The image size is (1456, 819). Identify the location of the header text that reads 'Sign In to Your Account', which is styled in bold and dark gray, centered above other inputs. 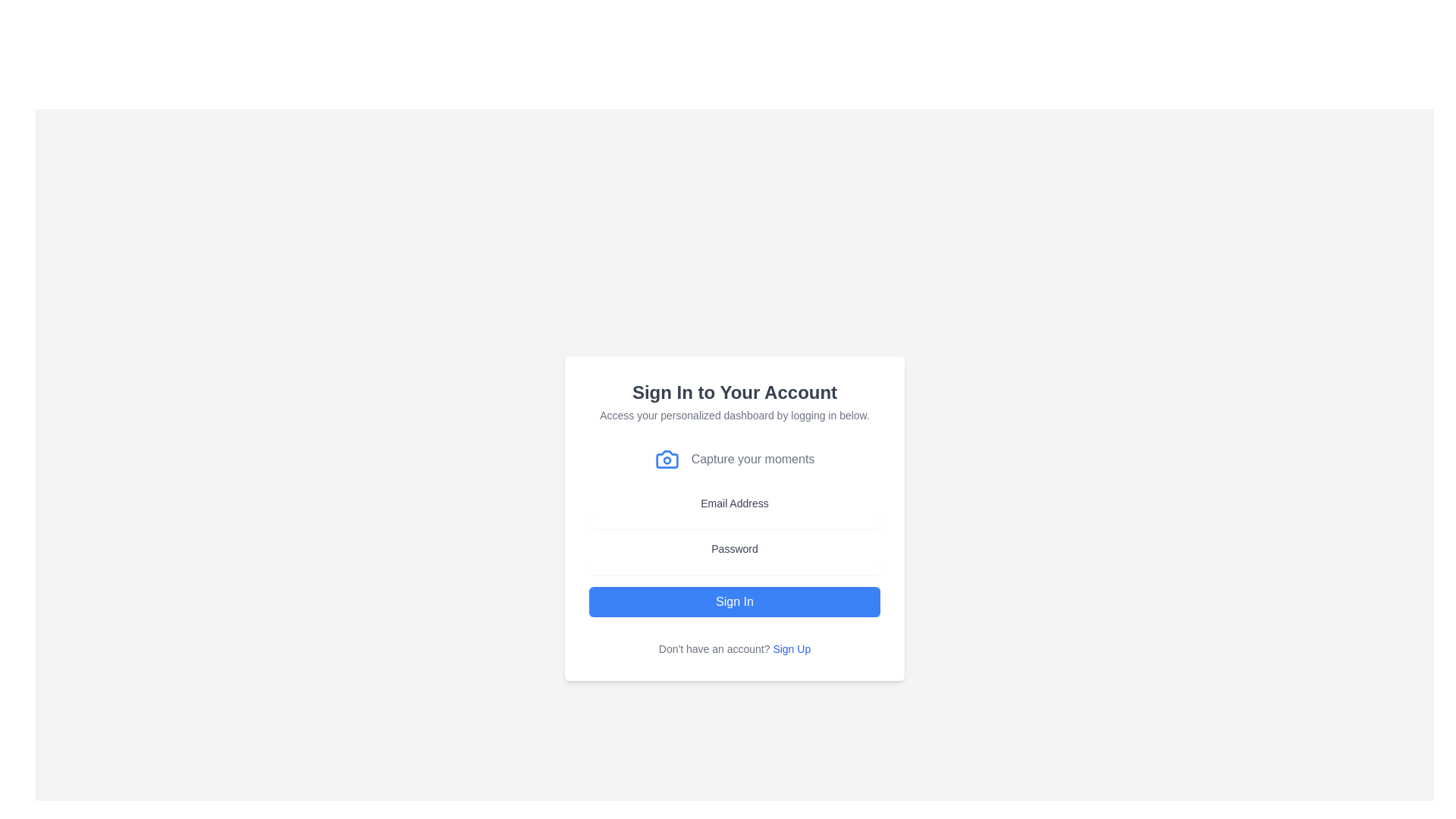
(735, 391).